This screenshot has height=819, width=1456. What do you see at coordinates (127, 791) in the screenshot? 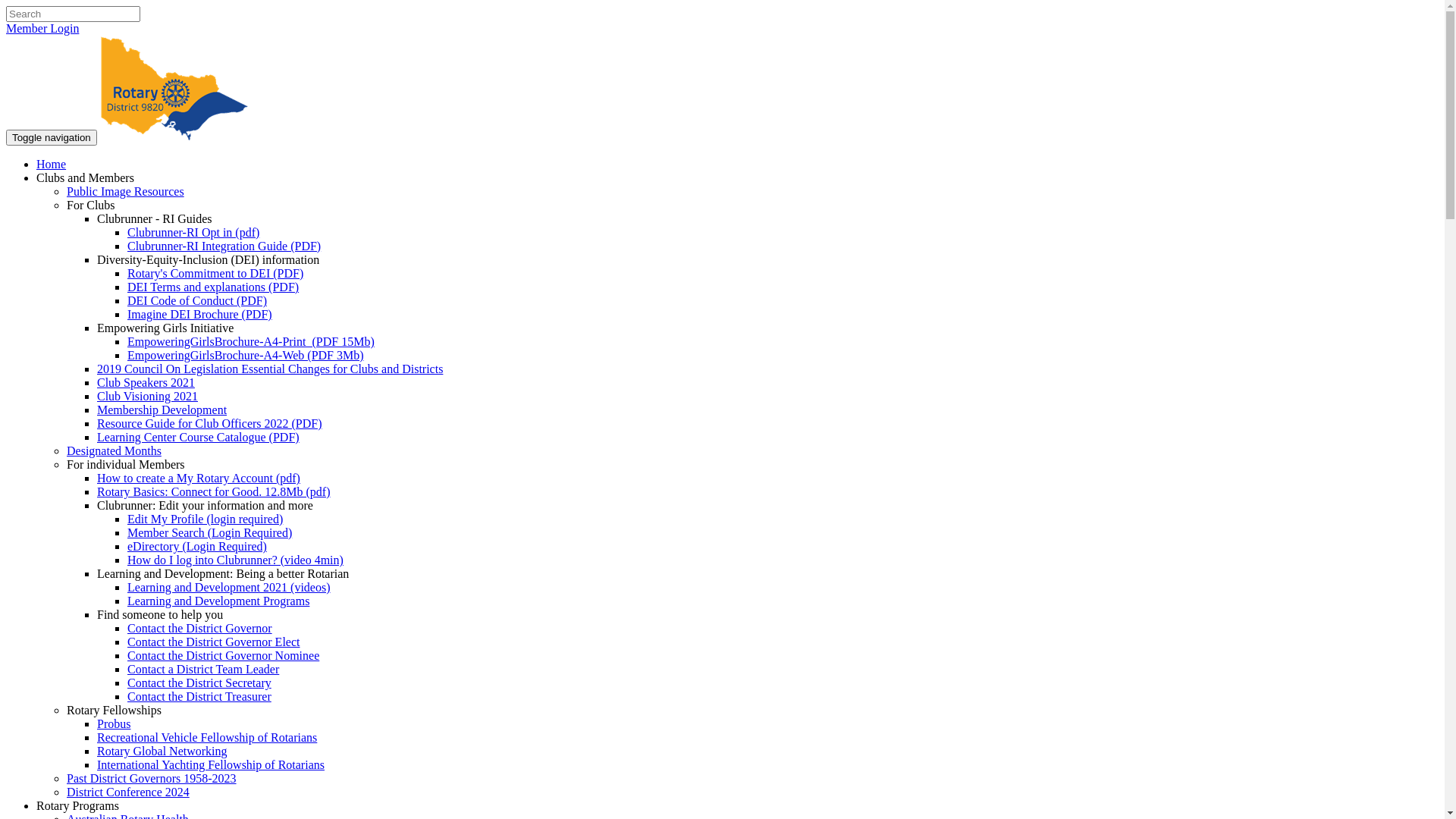
I see `'District Conference 2024'` at bounding box center [127, 791].